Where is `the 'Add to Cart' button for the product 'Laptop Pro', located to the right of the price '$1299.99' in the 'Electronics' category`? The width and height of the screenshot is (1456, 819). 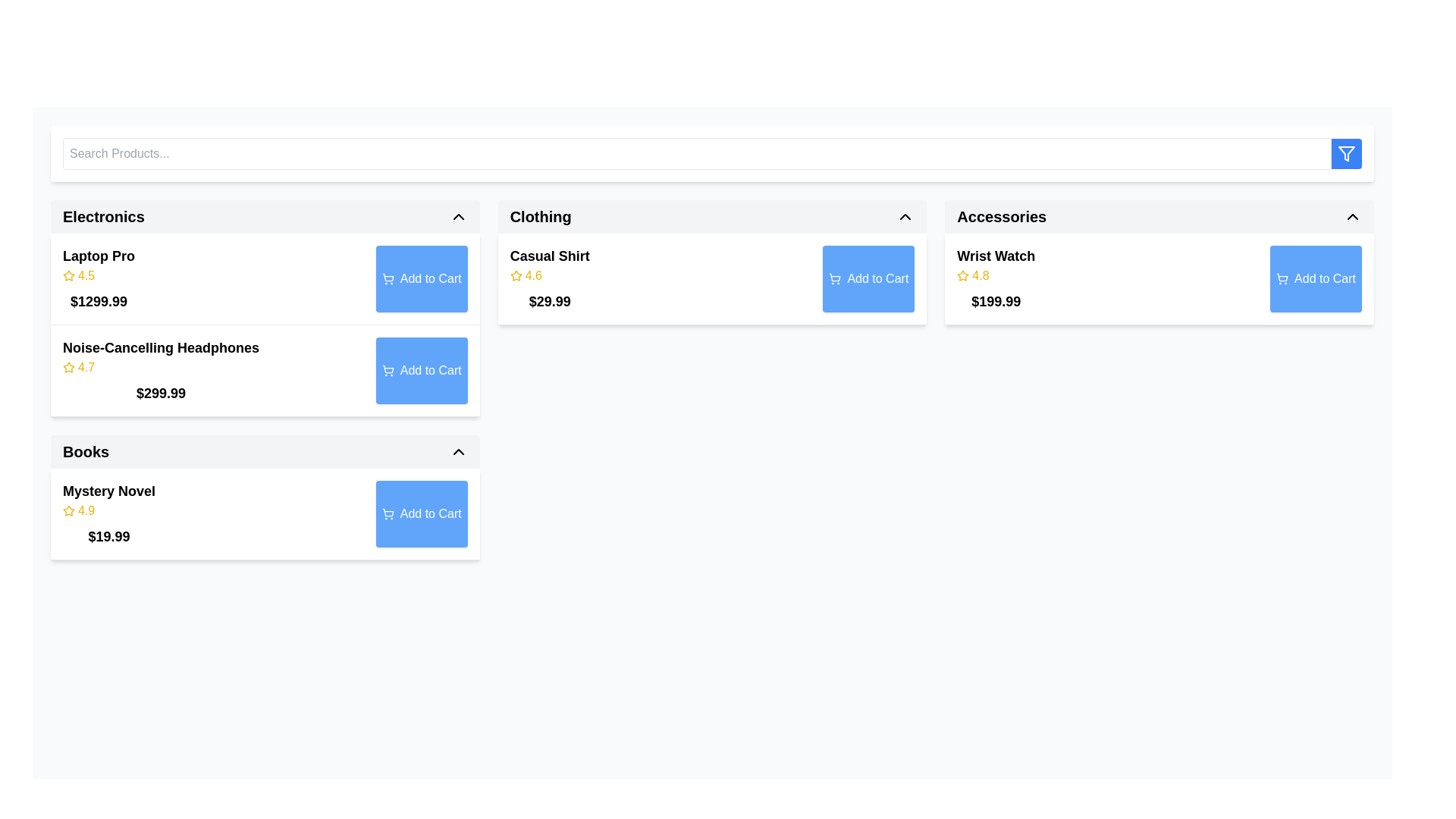 the 'Add to Cart' button for the product 'Laptop Pro', located to the right of the price '$1299.99' in the 'Electronics' category is located at coordinates (422, 278).